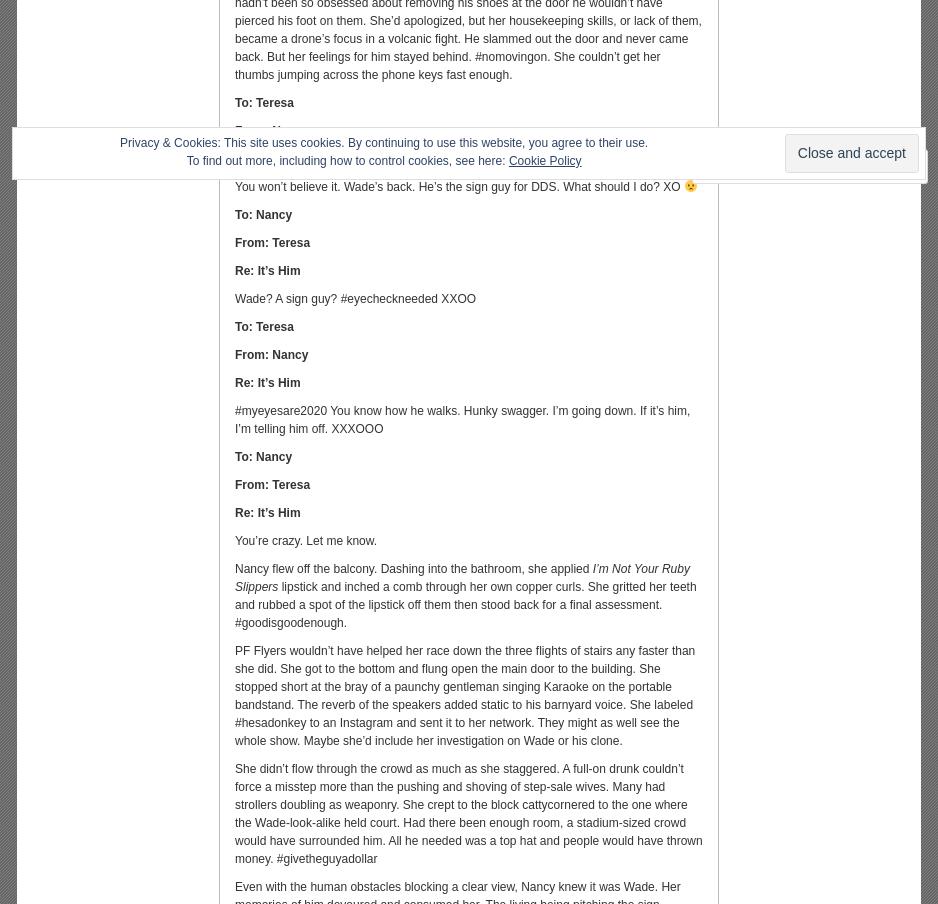 The image size is (938, 904). Describe the element at coordinates (457, 187) in the screenshot. I see `'You won’t believe it. Wade’s back. He’s the sign guy for DDS. What should I do? XO'` at that location.